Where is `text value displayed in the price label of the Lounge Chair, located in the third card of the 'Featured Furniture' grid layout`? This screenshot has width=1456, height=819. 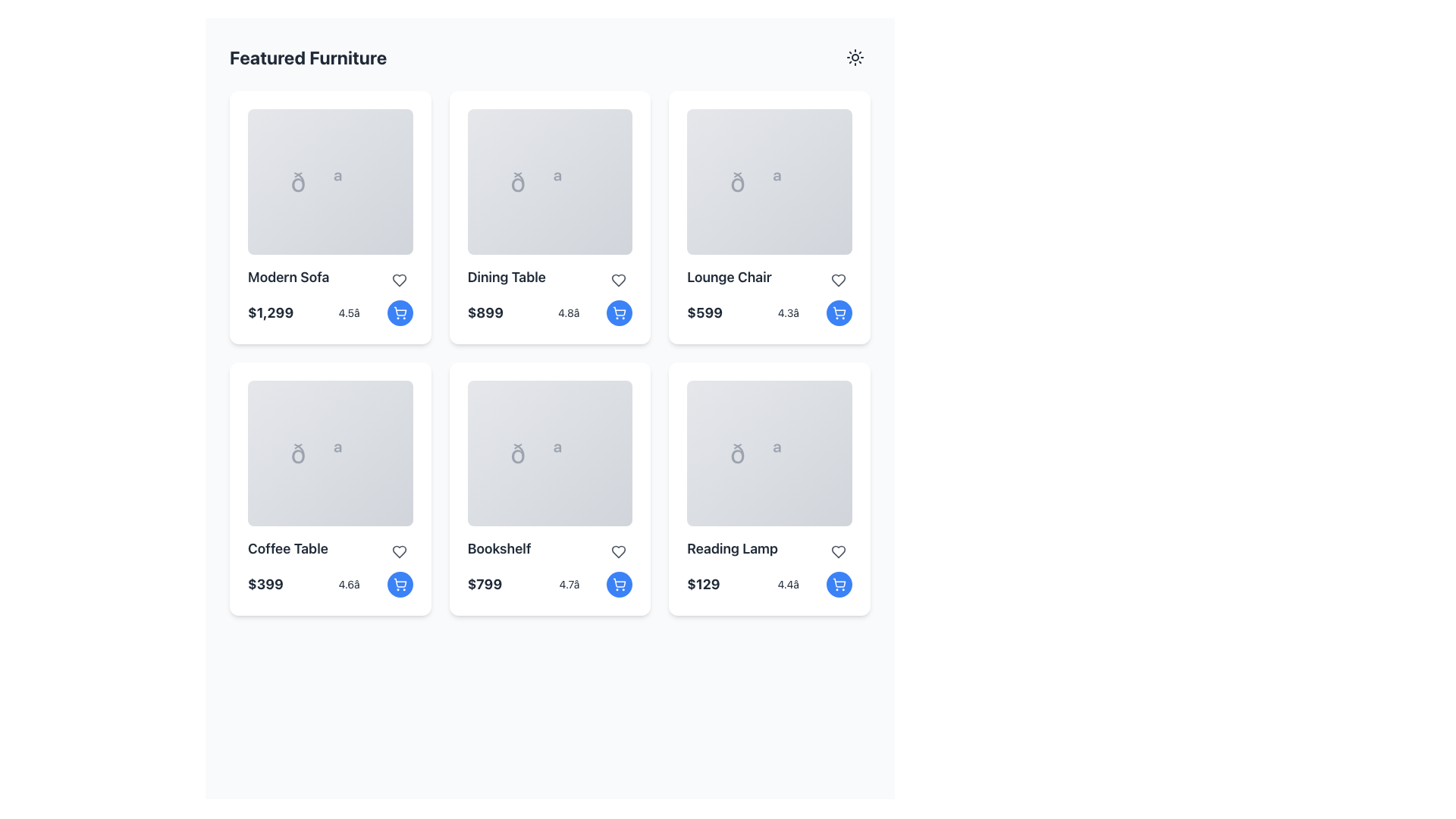 text value displayed in the price label of the Lounge Chair, located in the third card of the 'Featured Furniture' grid layout is located at coordinates (704, 312).